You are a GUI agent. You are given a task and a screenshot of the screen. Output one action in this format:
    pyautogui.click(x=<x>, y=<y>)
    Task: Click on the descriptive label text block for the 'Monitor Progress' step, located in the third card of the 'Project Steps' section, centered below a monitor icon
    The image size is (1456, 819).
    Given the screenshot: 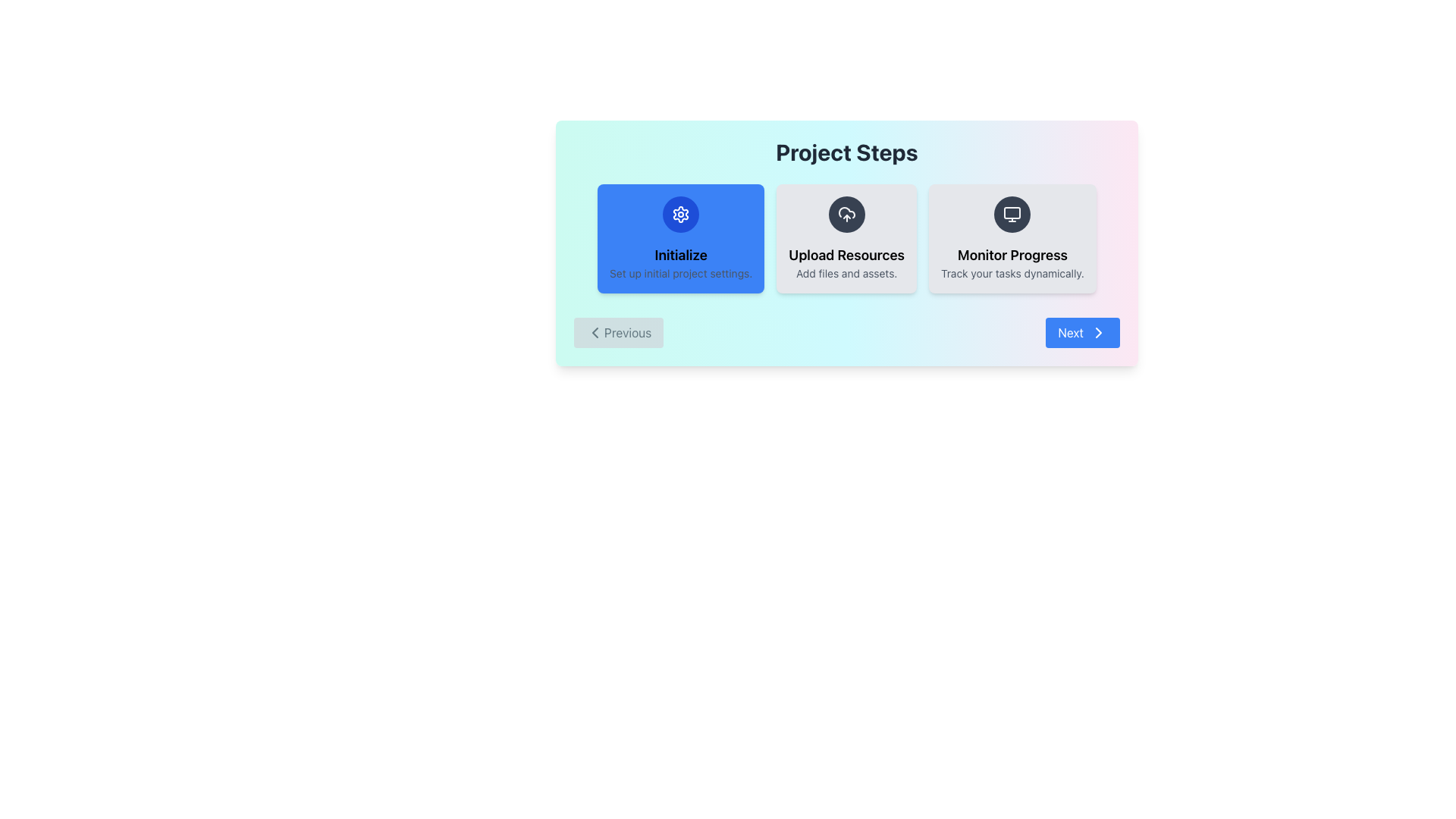 What is the action you would take?
    pyautogui.click(x=1012, y=262)
    